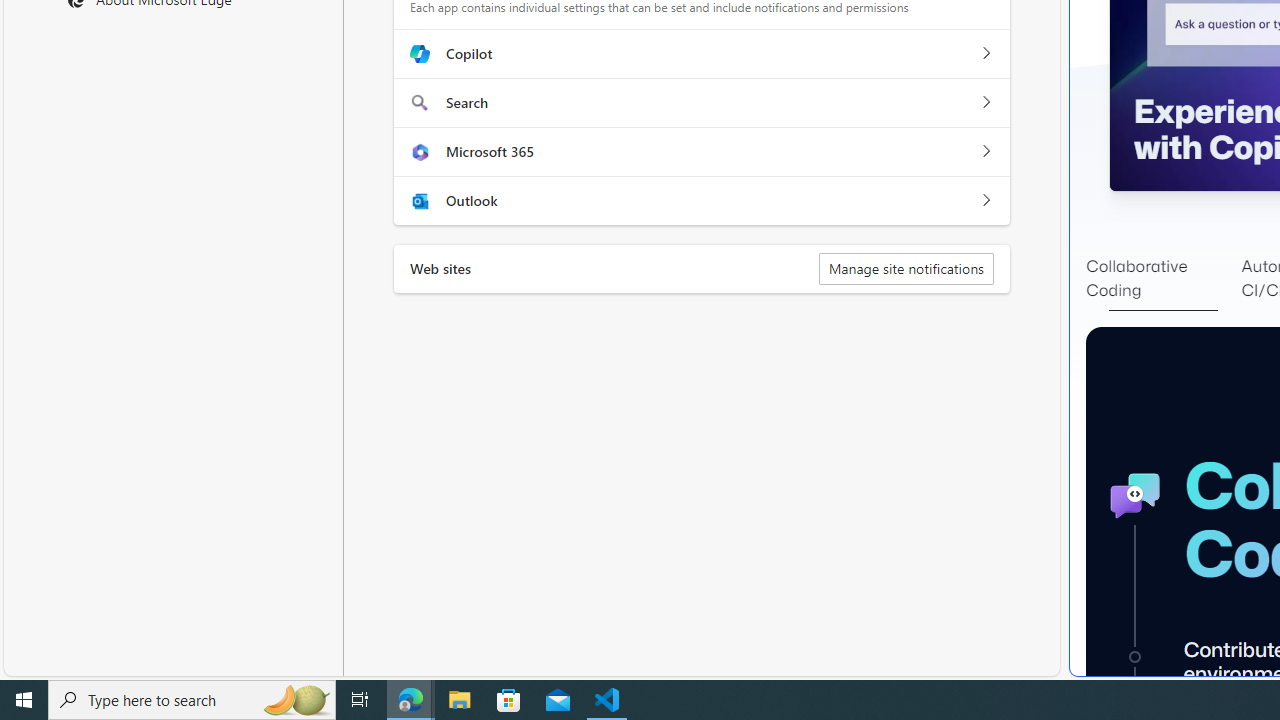 The image size is (1280, 720). Describe the element at coordinates (410, 698) in the screenshot. I see `'Microsoft Edge - 2 running windows'` at that location.